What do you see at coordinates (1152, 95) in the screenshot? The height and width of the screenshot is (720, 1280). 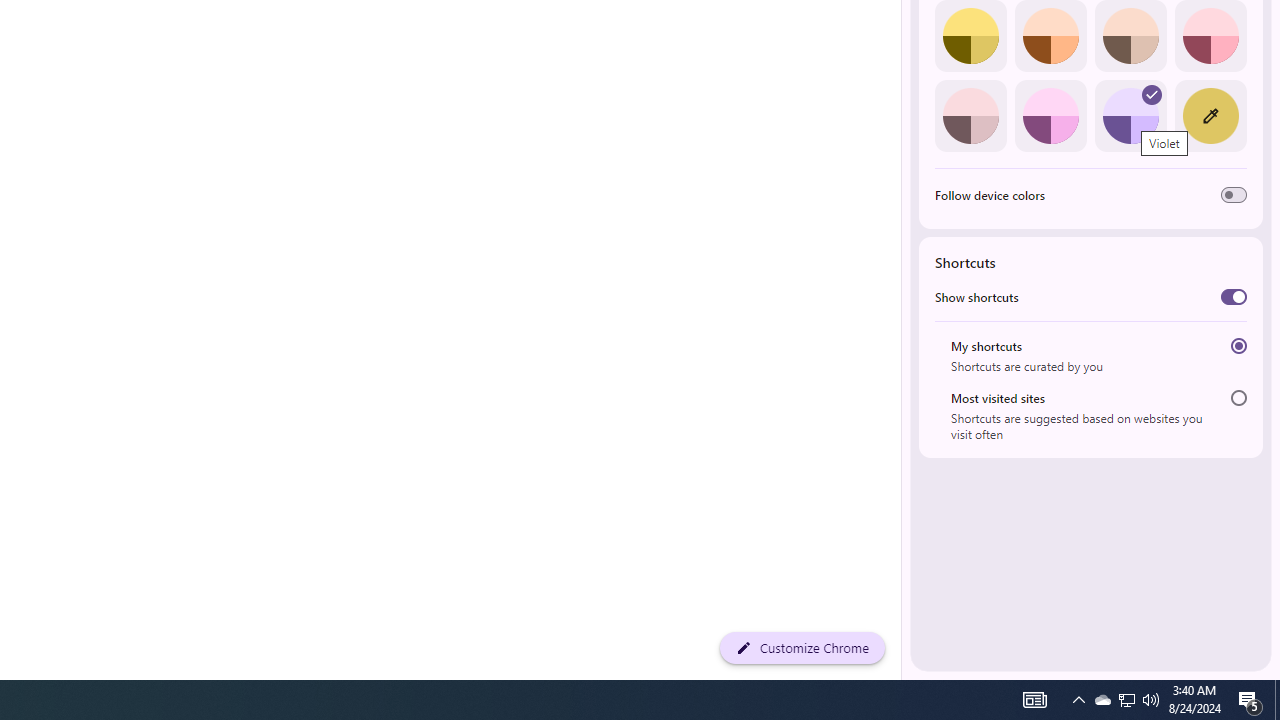 I see `'AutomationID: svg'` at bounding box center [1152, 95].